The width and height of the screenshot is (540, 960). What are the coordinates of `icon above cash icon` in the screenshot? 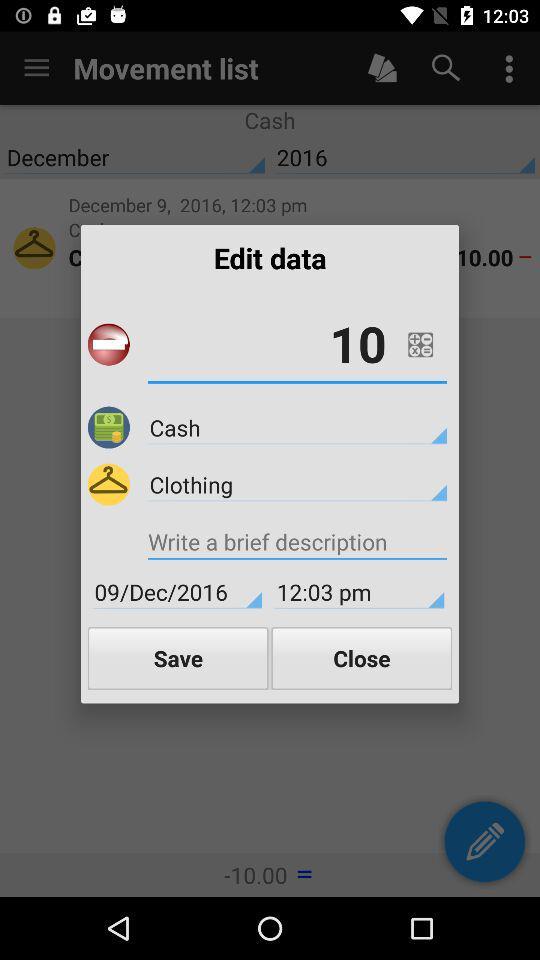 It's located at (296, 344).